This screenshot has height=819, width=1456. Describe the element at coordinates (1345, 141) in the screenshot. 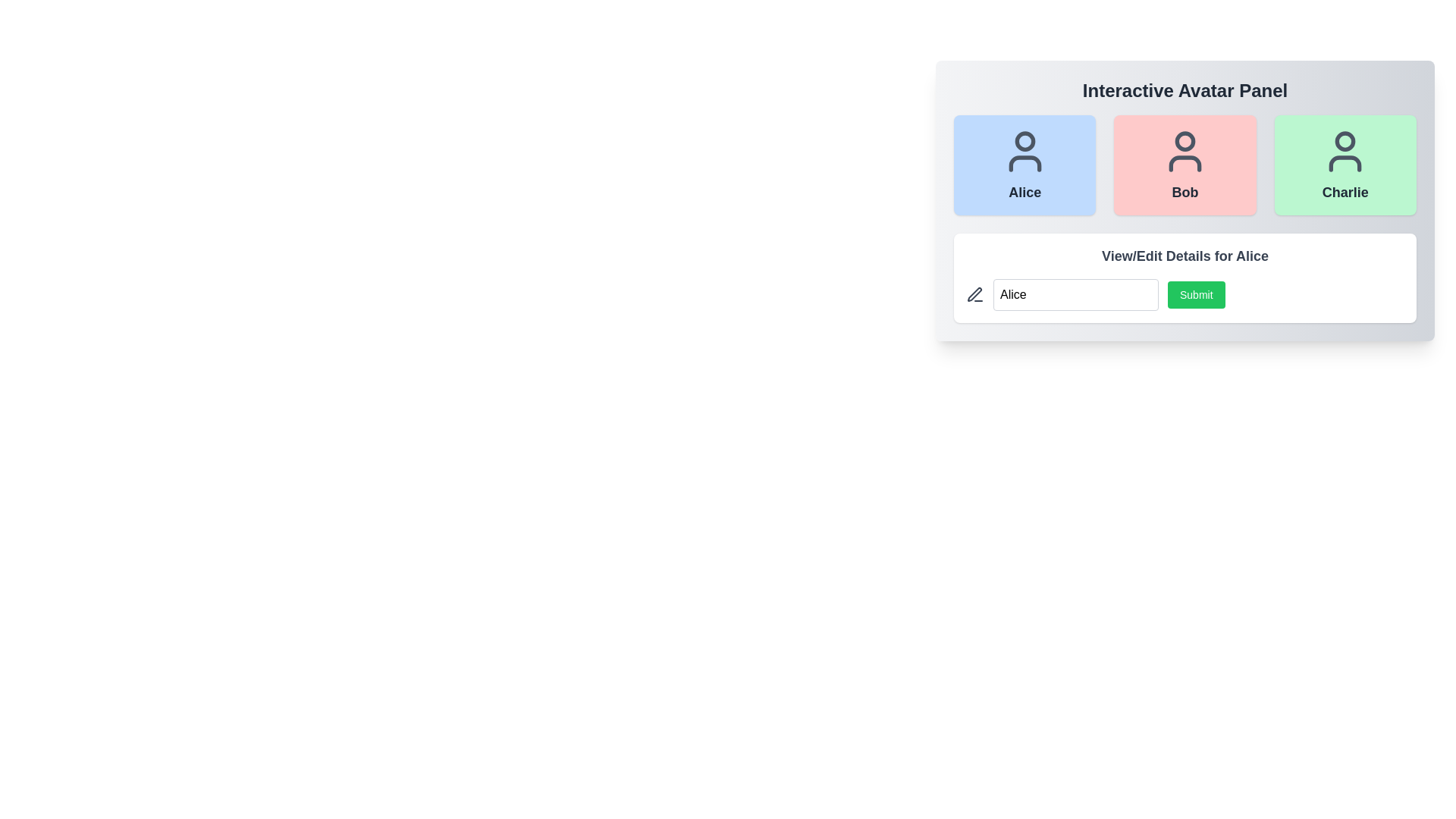

I see `circular SVG graphic component that represents the head or profile within the green 'Charlie' avatar card, located at the upper-central area of the card` at that location.